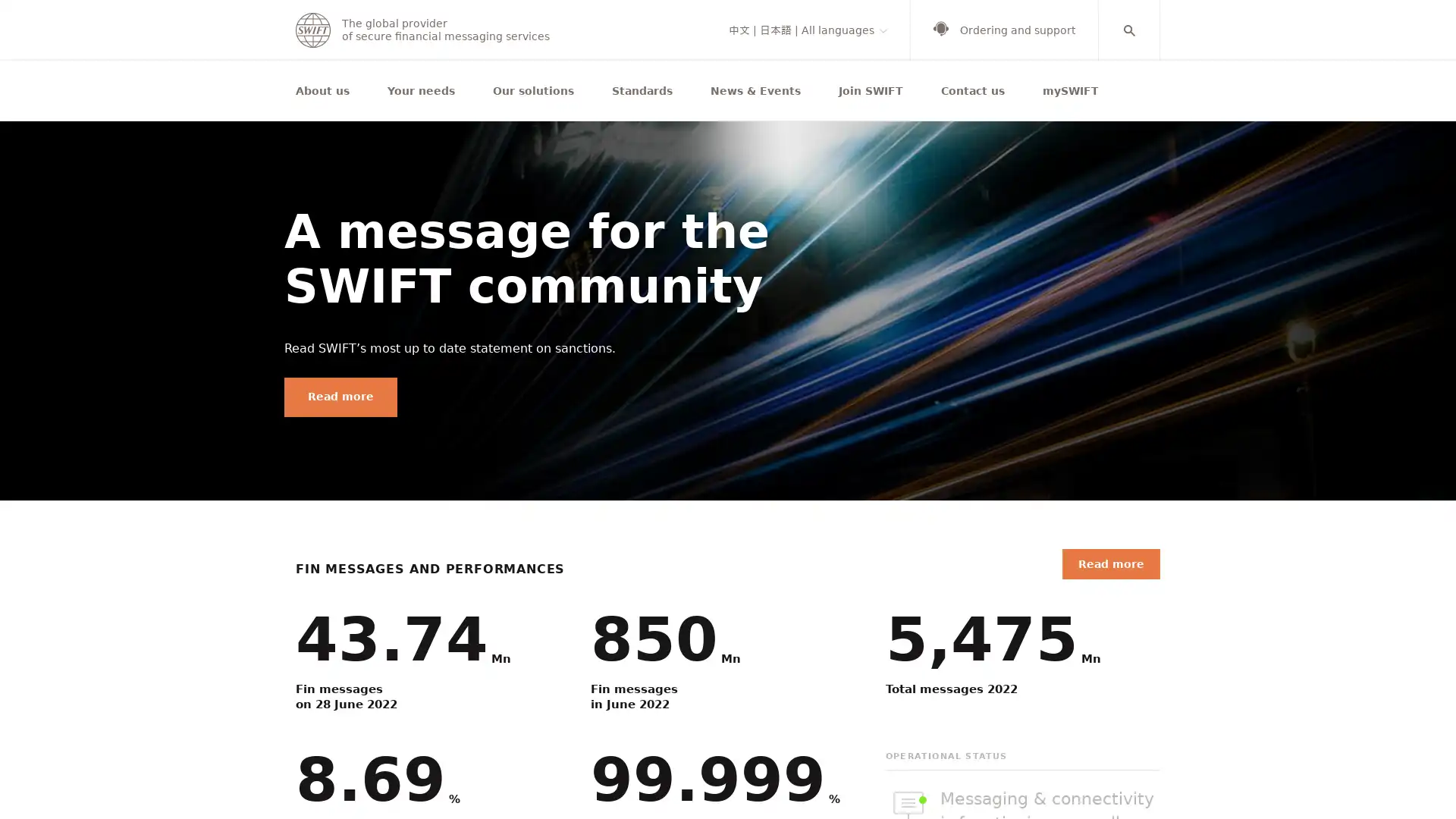 This screenshot has width=1456, height=819. What do you see at coordinates (993, 773) in the screenshot?
I see `Cookies Settings` at bounding box center [993, 773].